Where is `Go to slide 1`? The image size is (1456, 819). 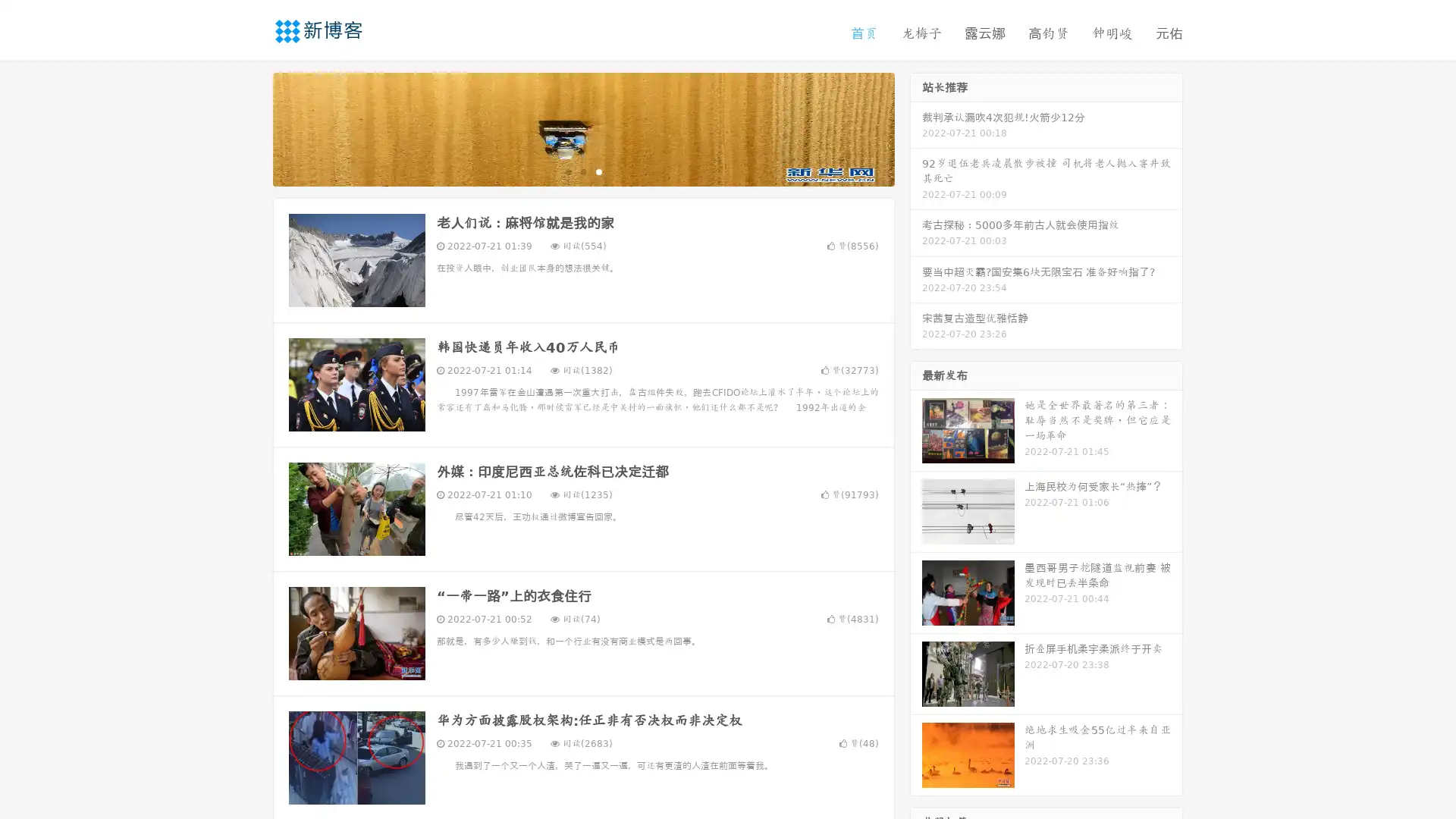 Go to slide 1 is located at coordinates (567, 171).